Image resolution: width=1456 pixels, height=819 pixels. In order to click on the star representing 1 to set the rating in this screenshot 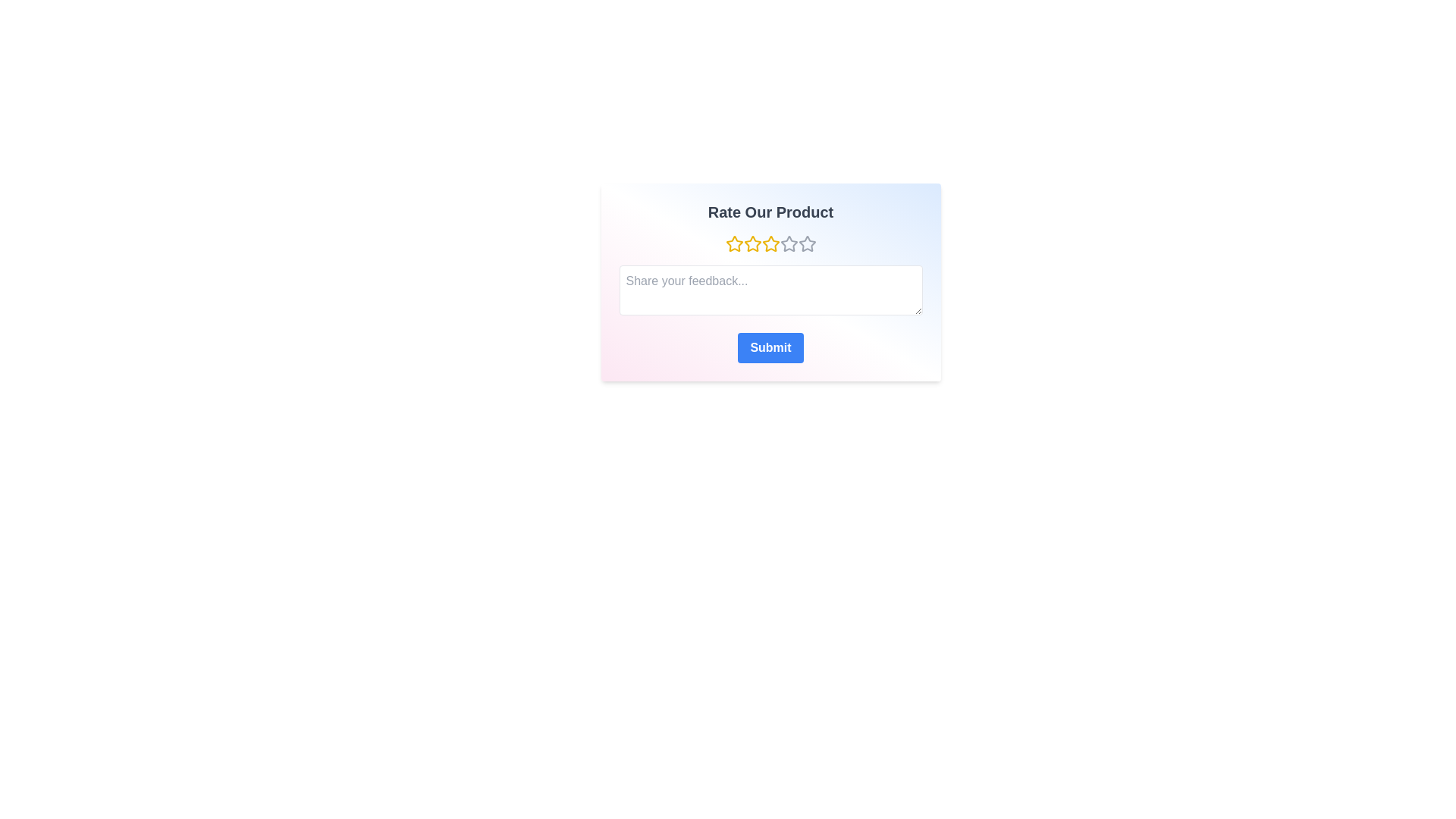, I will do `click(734, 243)`.